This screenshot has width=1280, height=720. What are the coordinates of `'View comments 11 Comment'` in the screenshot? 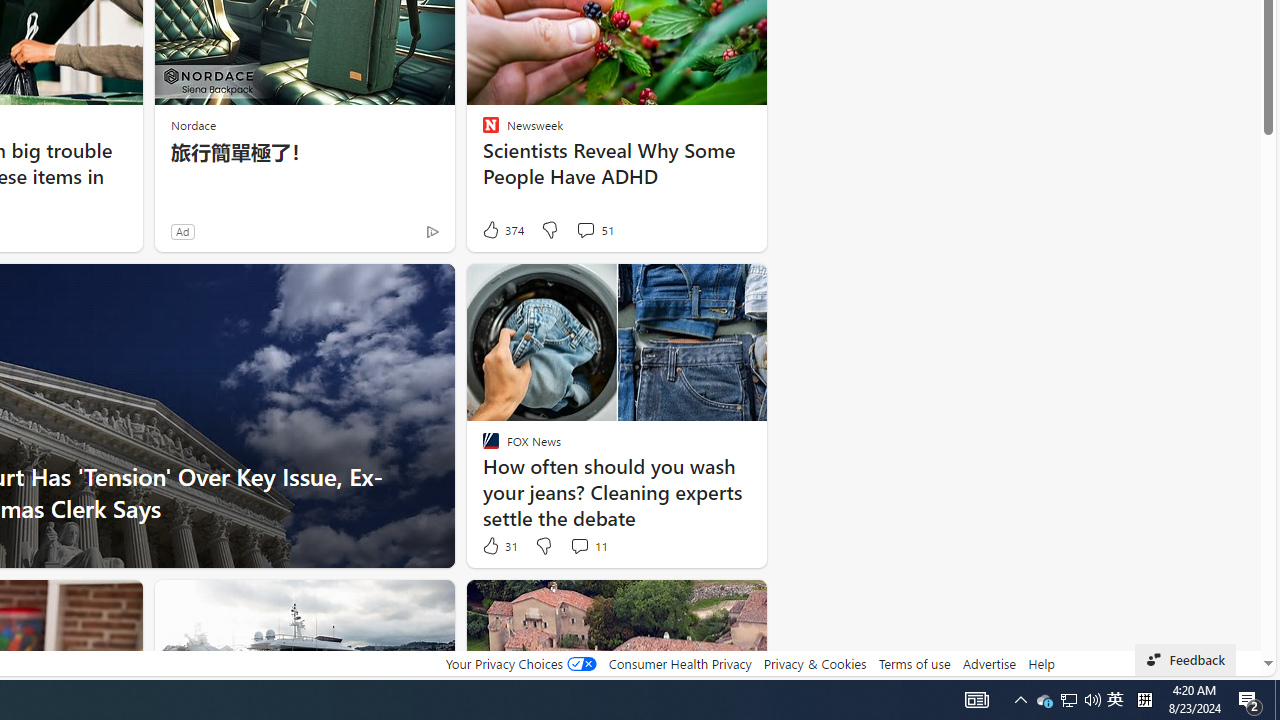 It's located at (587, 546).